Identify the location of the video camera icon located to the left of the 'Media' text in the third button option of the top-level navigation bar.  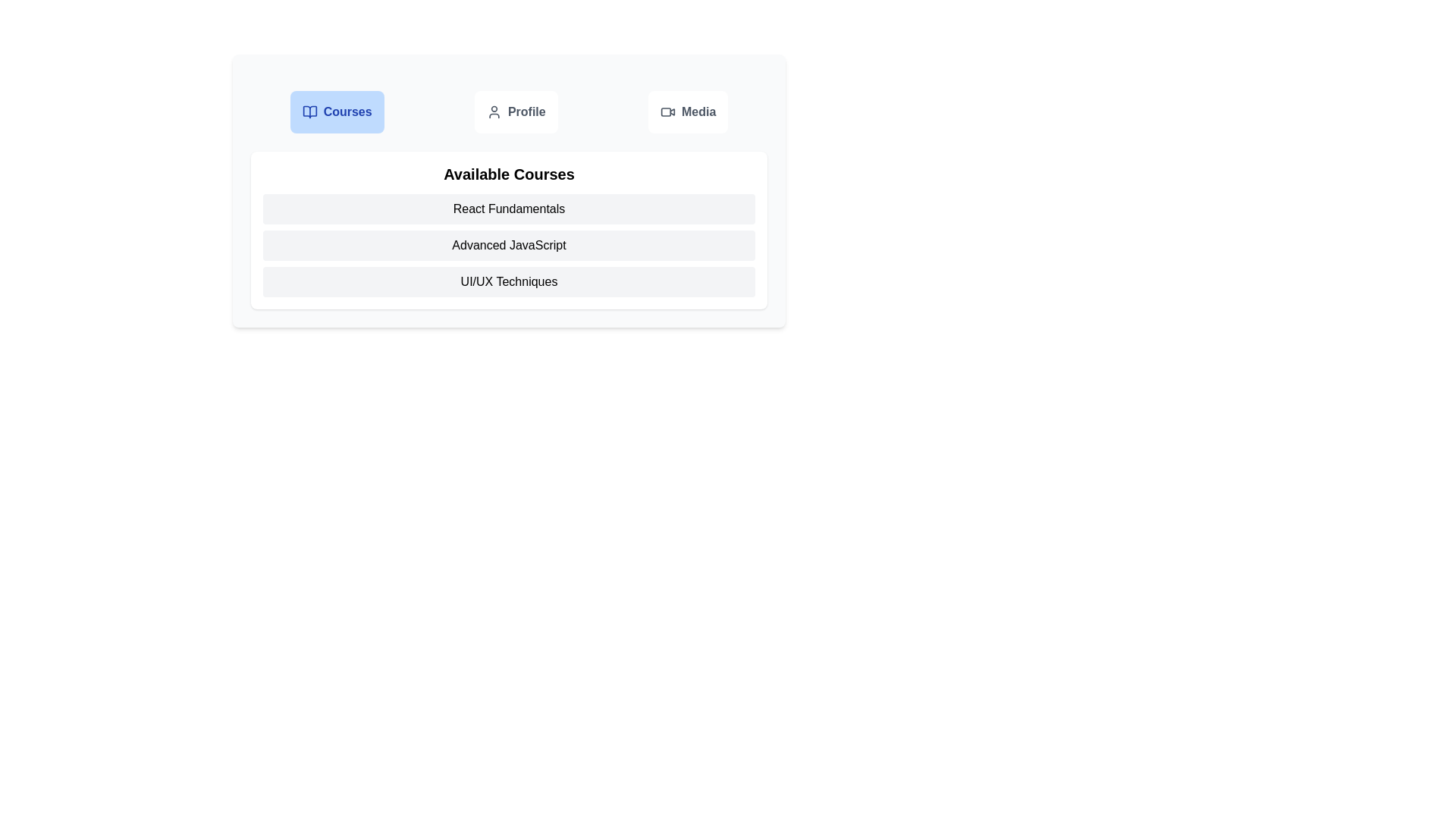
(667, 111).